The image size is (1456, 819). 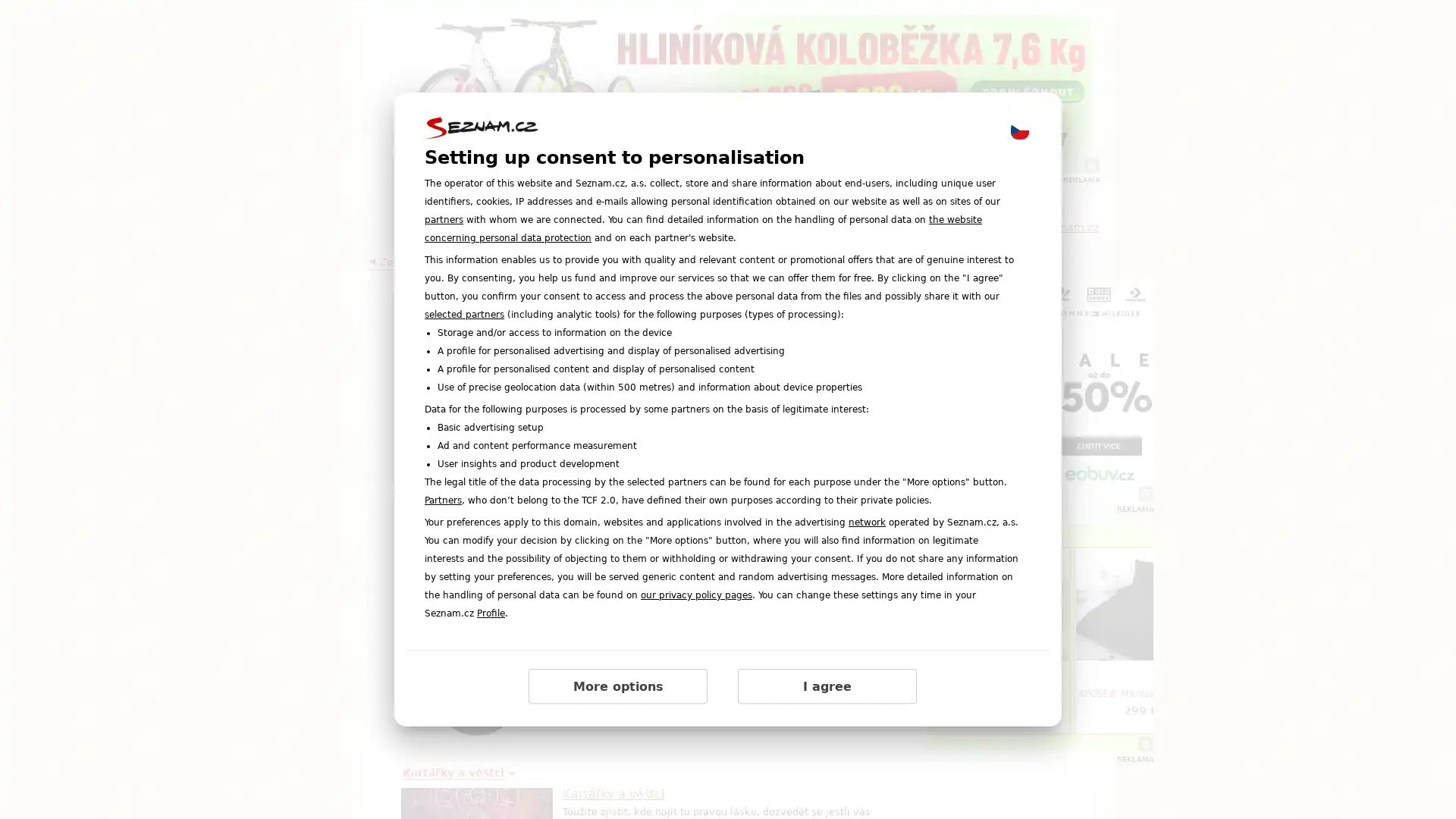 I want to click on More options, so click(x=618, y=686).